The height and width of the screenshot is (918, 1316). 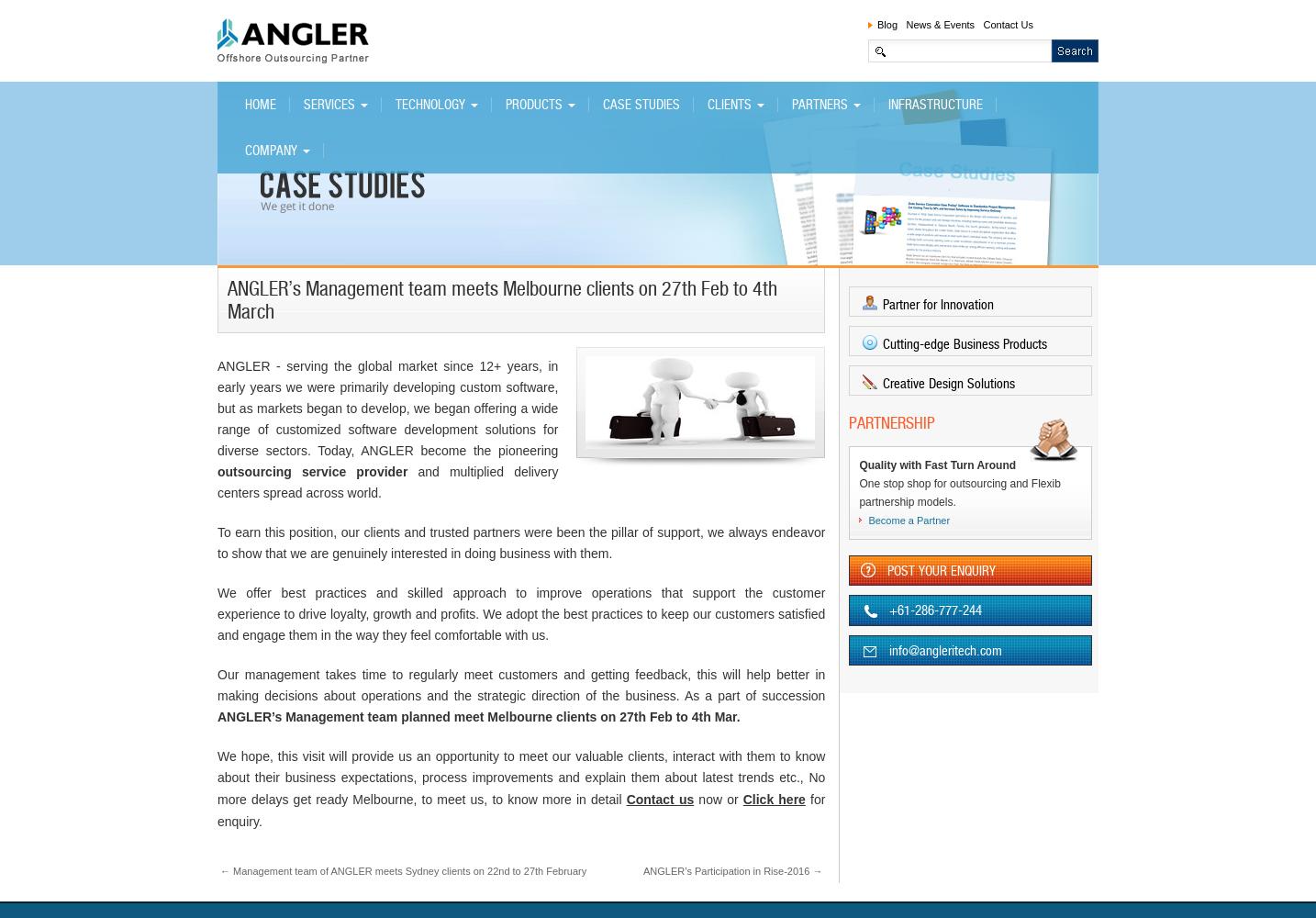 What do you see at coordinates (520, 811) in the screenshot?
I see `'for enquiry.'` at bounding box center [520, 811].